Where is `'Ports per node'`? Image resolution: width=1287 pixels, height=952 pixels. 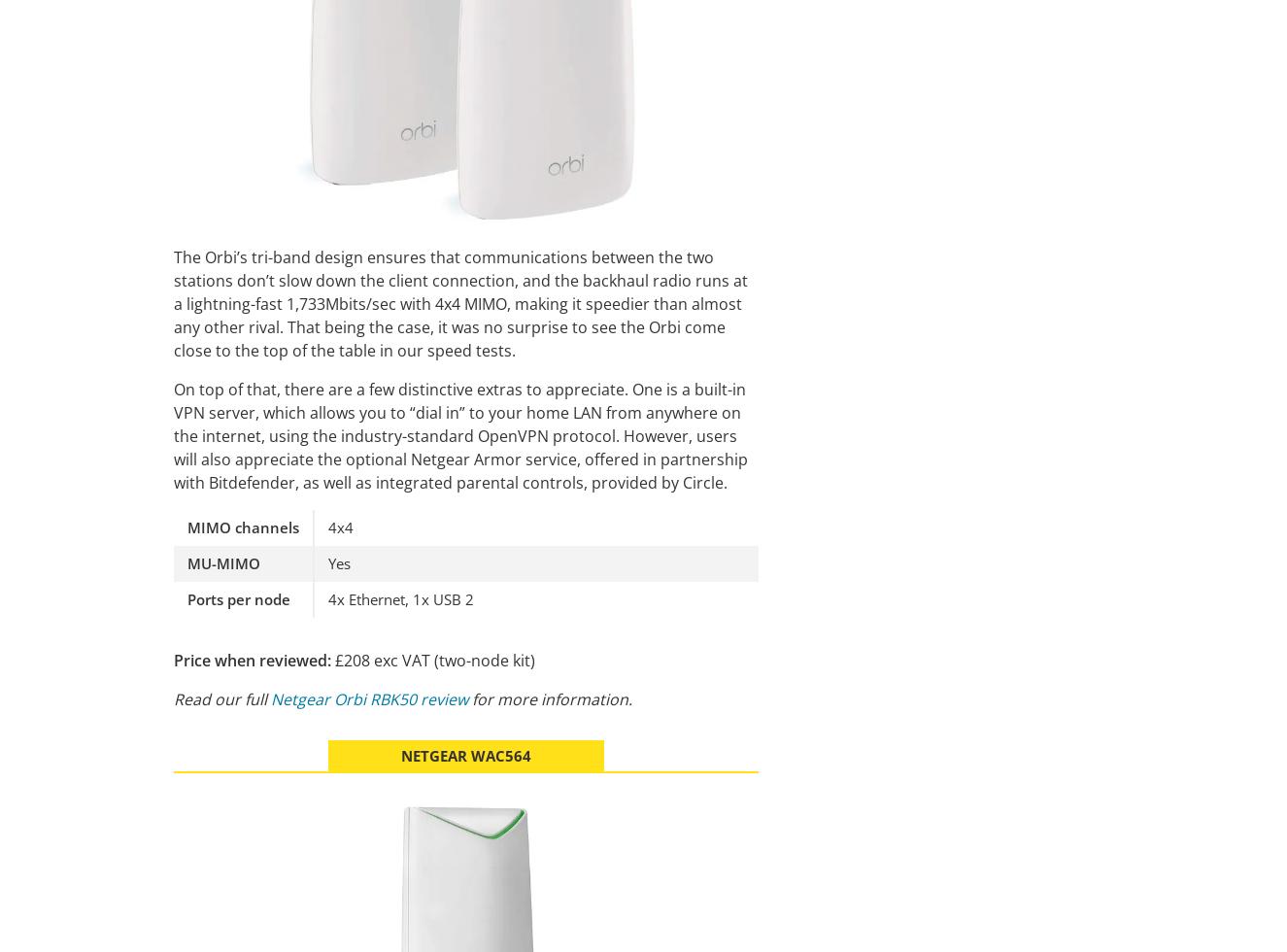 'Ports per node' is located at coordinates (239, 598).